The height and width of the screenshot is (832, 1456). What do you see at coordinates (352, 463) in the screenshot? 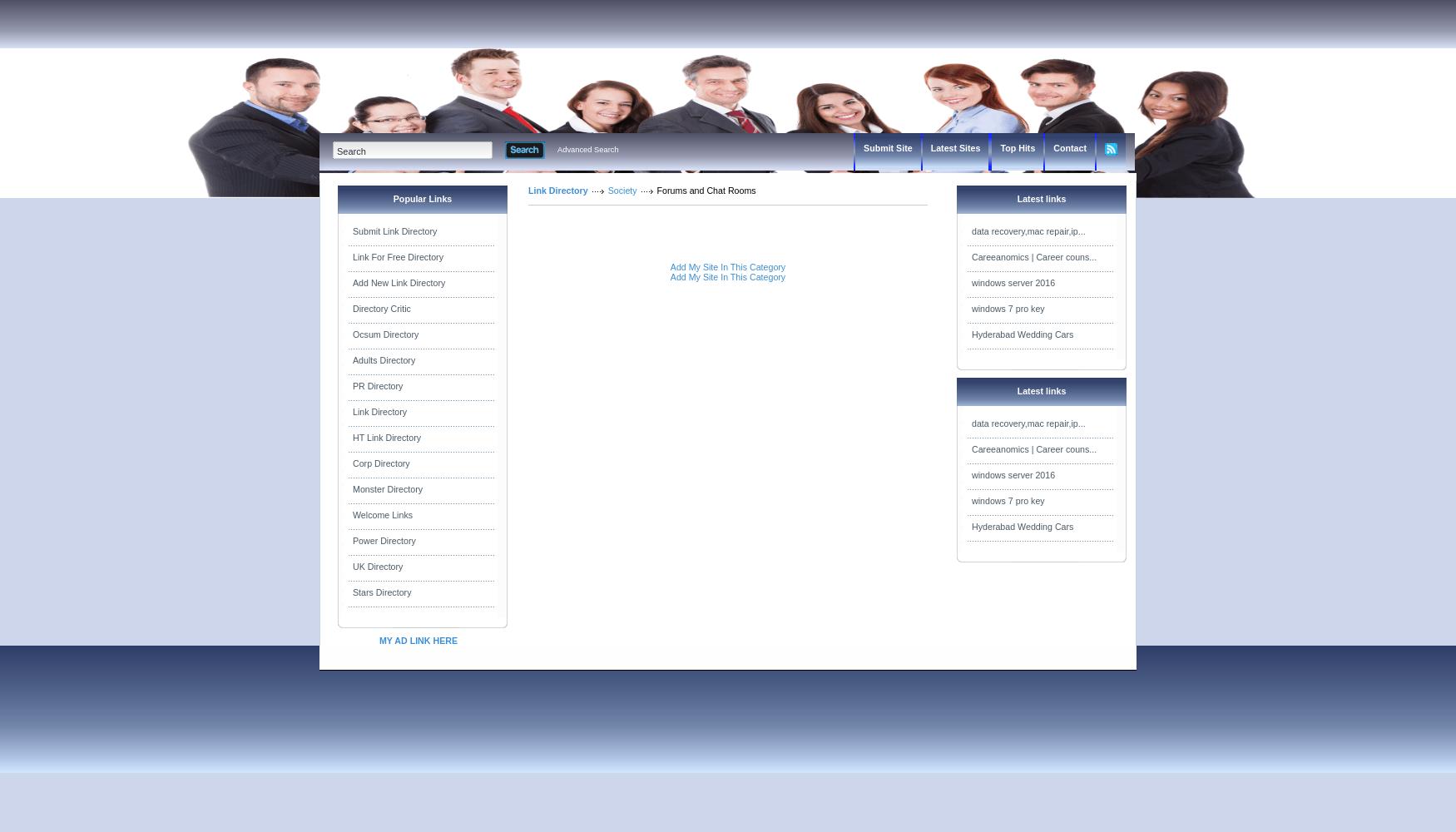
I see `'Corp Directory'` at bounding box center [352, 463].